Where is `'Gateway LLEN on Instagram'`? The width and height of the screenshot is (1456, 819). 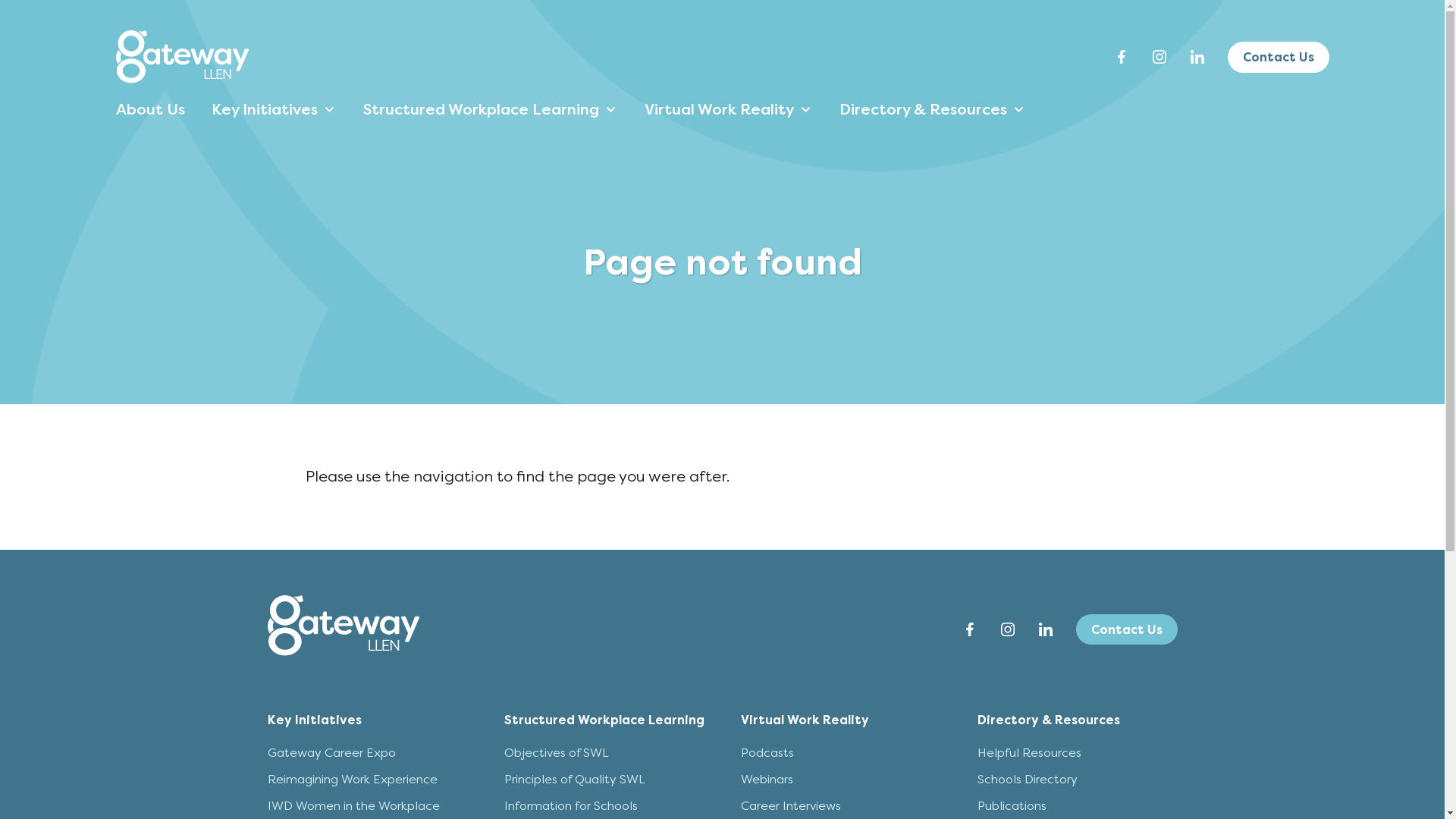 'Gateway LLEN on Instagram' is located at coordinates (1157, 55).